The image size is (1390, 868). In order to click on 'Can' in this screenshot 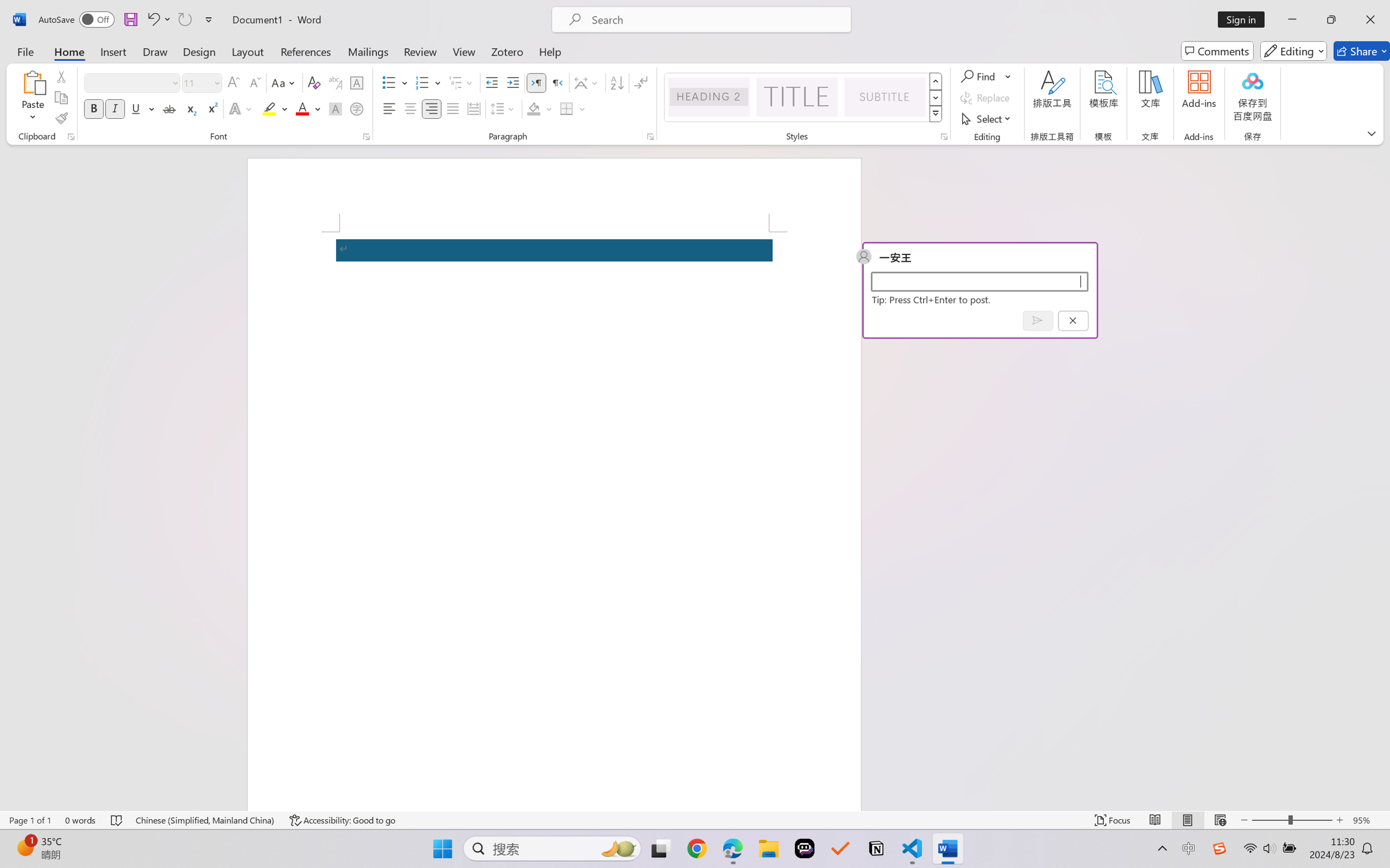, I will do `click(184, 19)`.